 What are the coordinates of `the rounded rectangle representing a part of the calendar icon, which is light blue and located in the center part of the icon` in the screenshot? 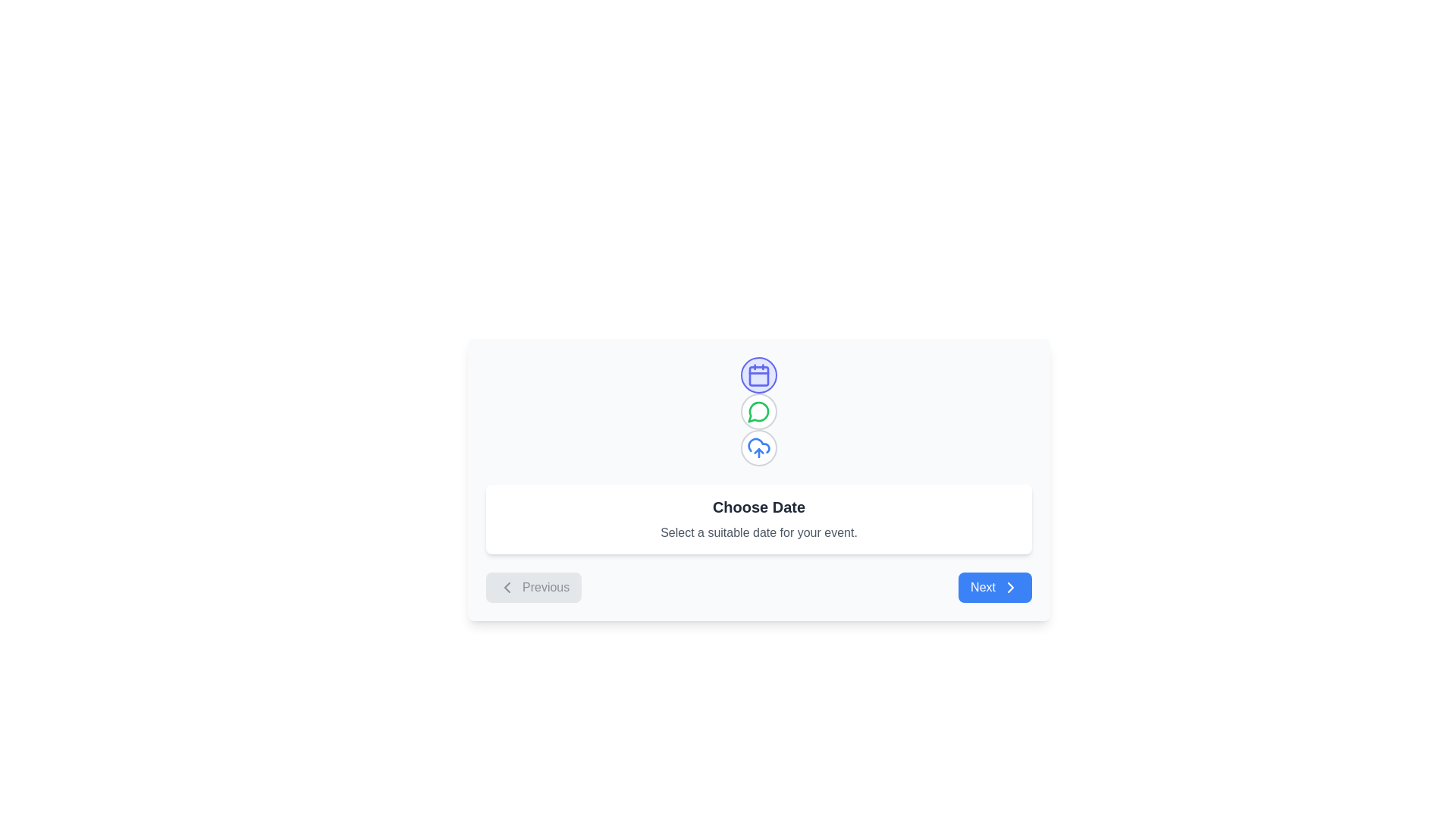 It's located at (759, 375).